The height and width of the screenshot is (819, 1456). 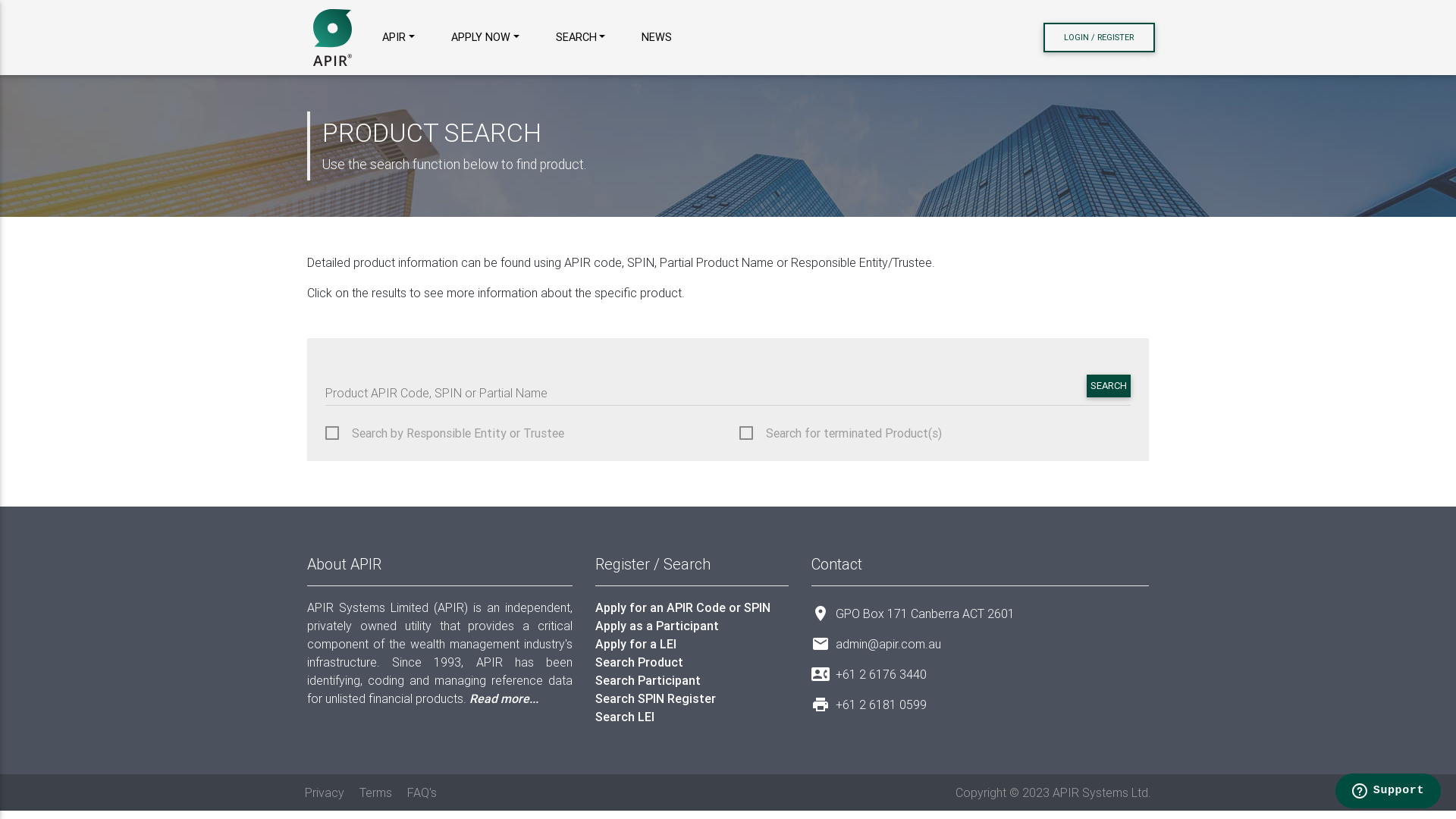 What do you see at coordinates (691, 698) in the screenshot?
I see `'Search SPIN Register'` at bounding box center [691, 698].